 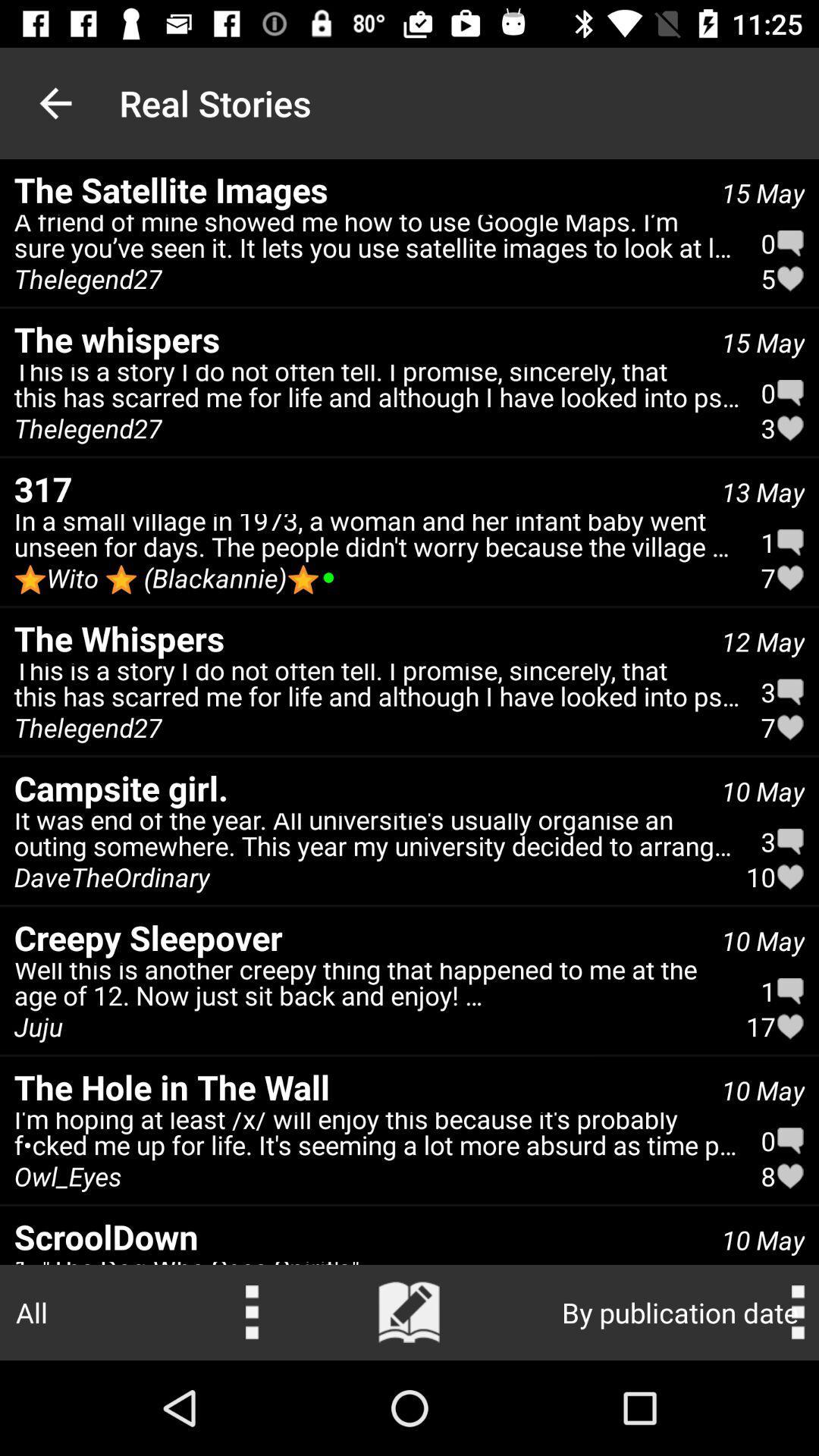 I want to click on search button, so click(x=409, y=1312).